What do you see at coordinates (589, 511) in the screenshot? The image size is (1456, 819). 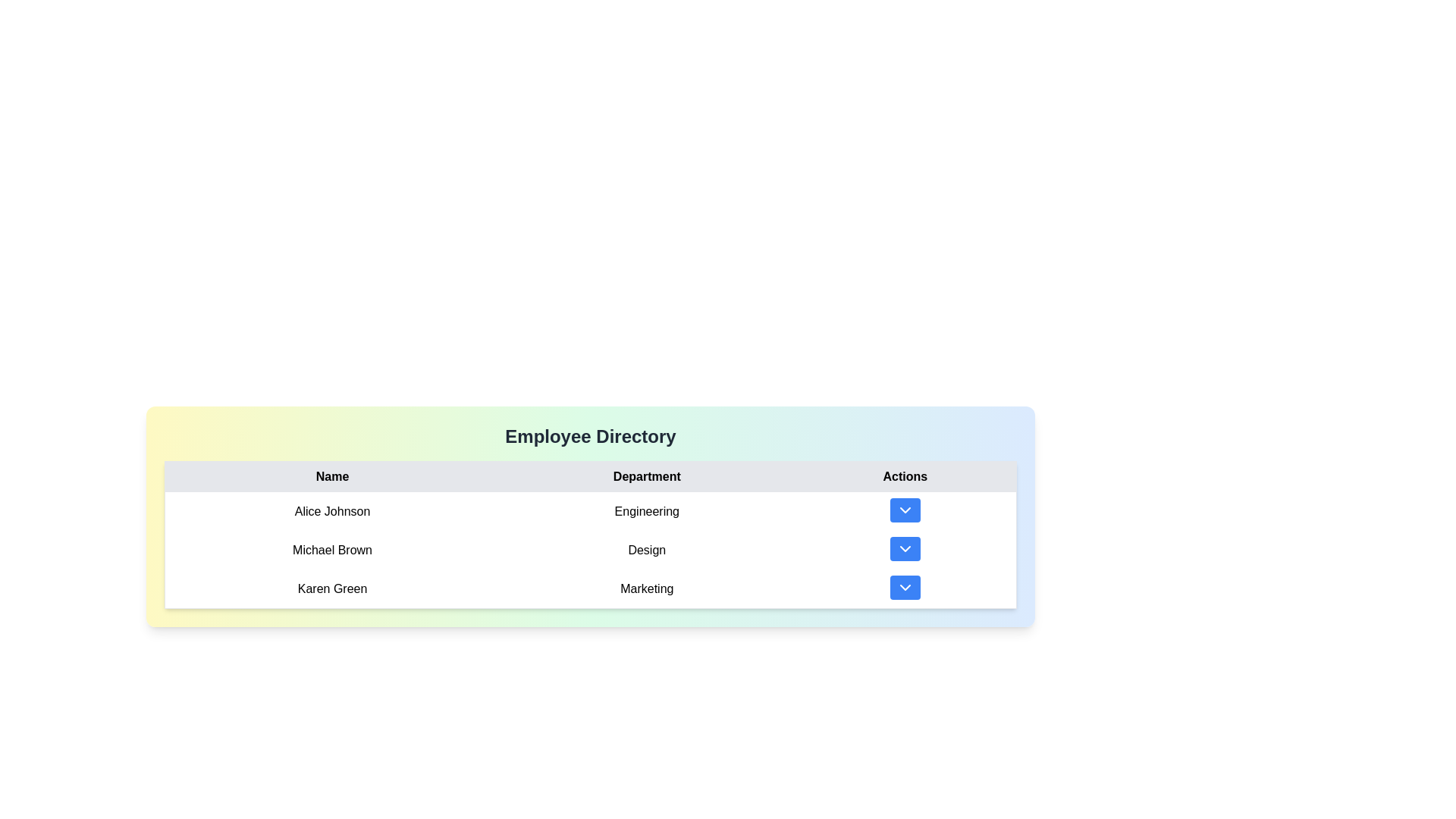 I see `the first row` at bounding box center [589, 511].